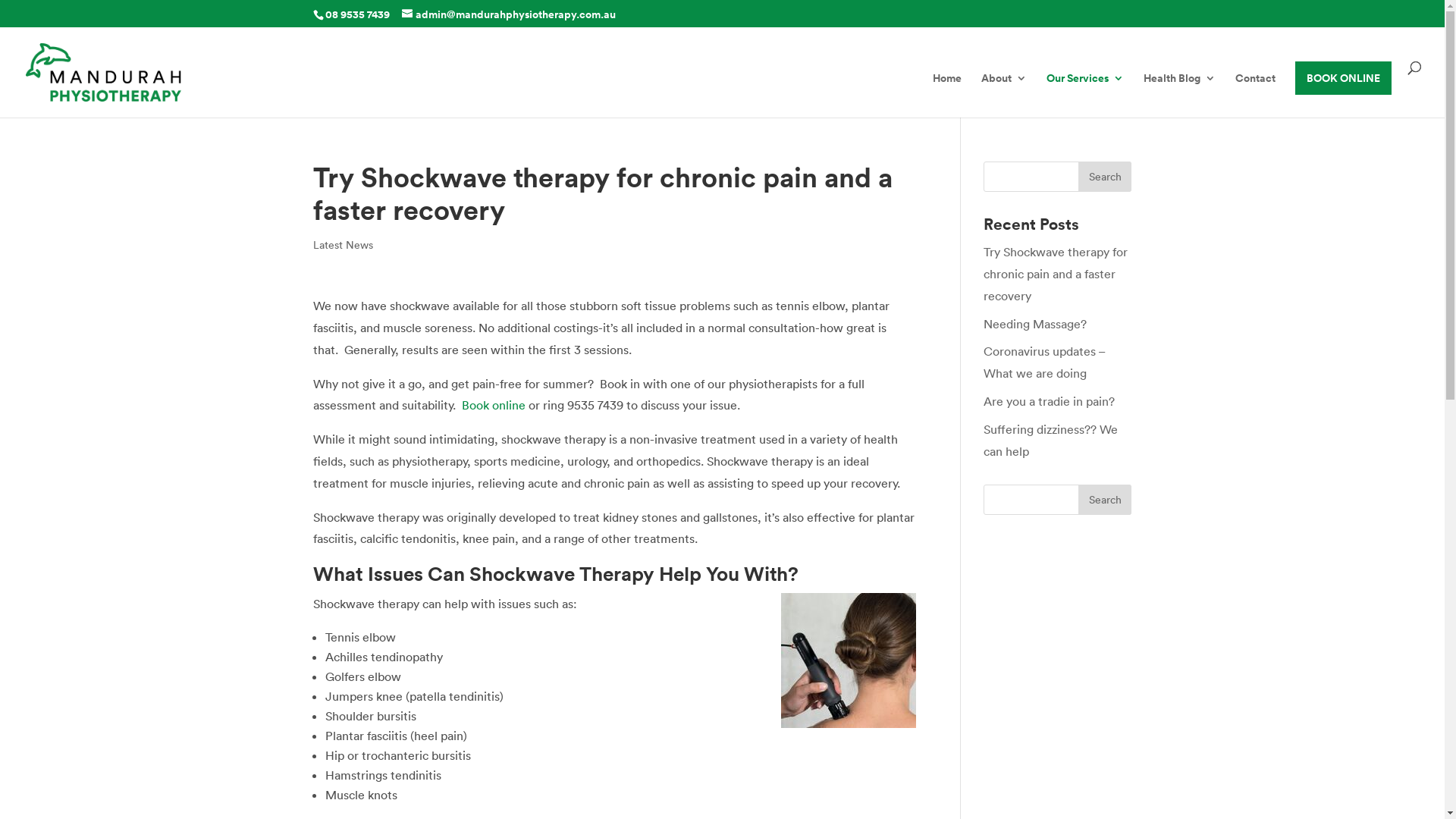 This screenshot has width=1456, height=819. What do you see at coordinates (1105, 175) in the screenshot?
I see `'Search'` at bounding box center [1105, 175].